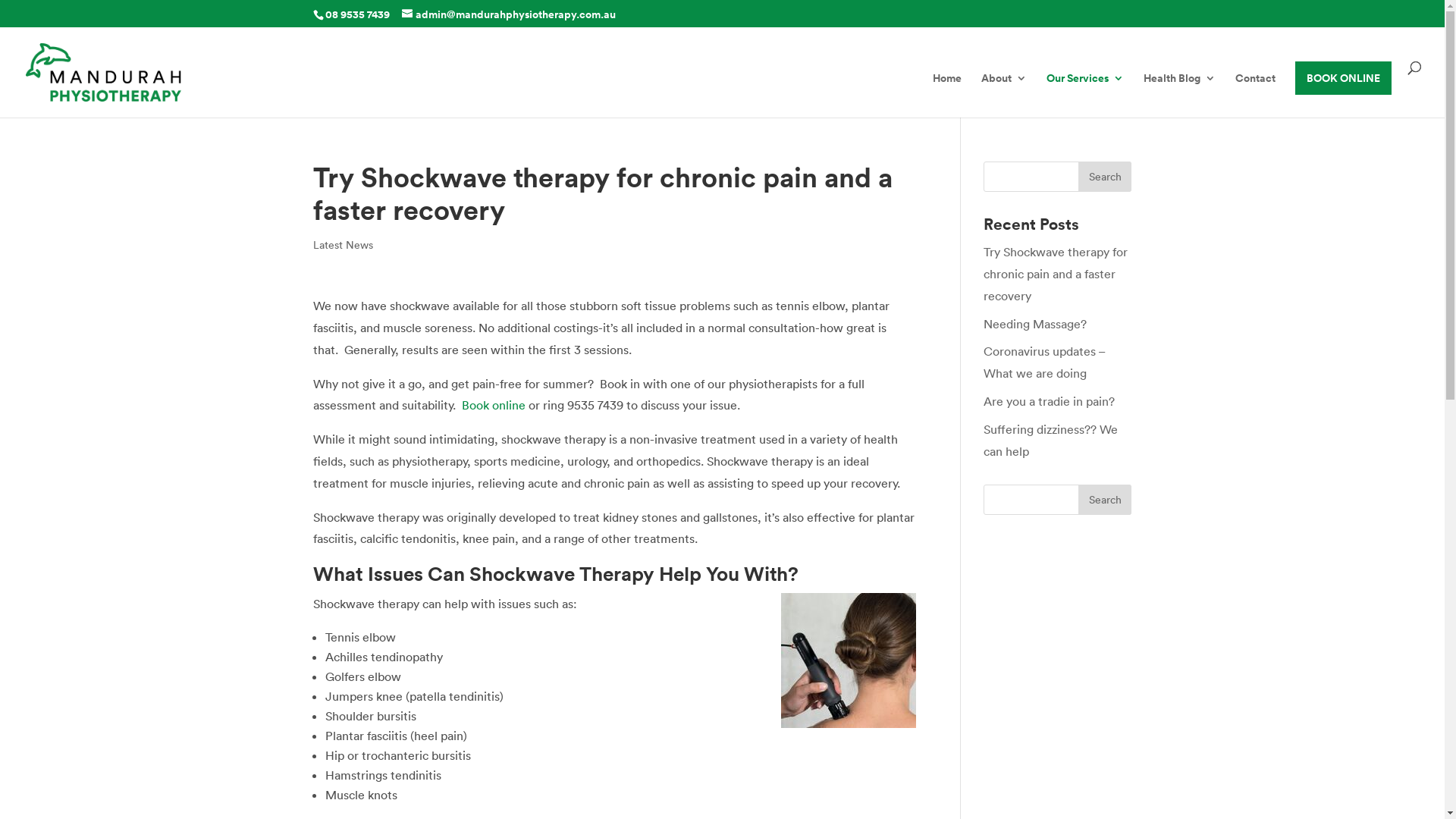 This screenshot has width=1456, height=819. What do you see at coordinates (1105, 175) in the screenshot?
I see `'Search'` at bounding box center [1105, 175].